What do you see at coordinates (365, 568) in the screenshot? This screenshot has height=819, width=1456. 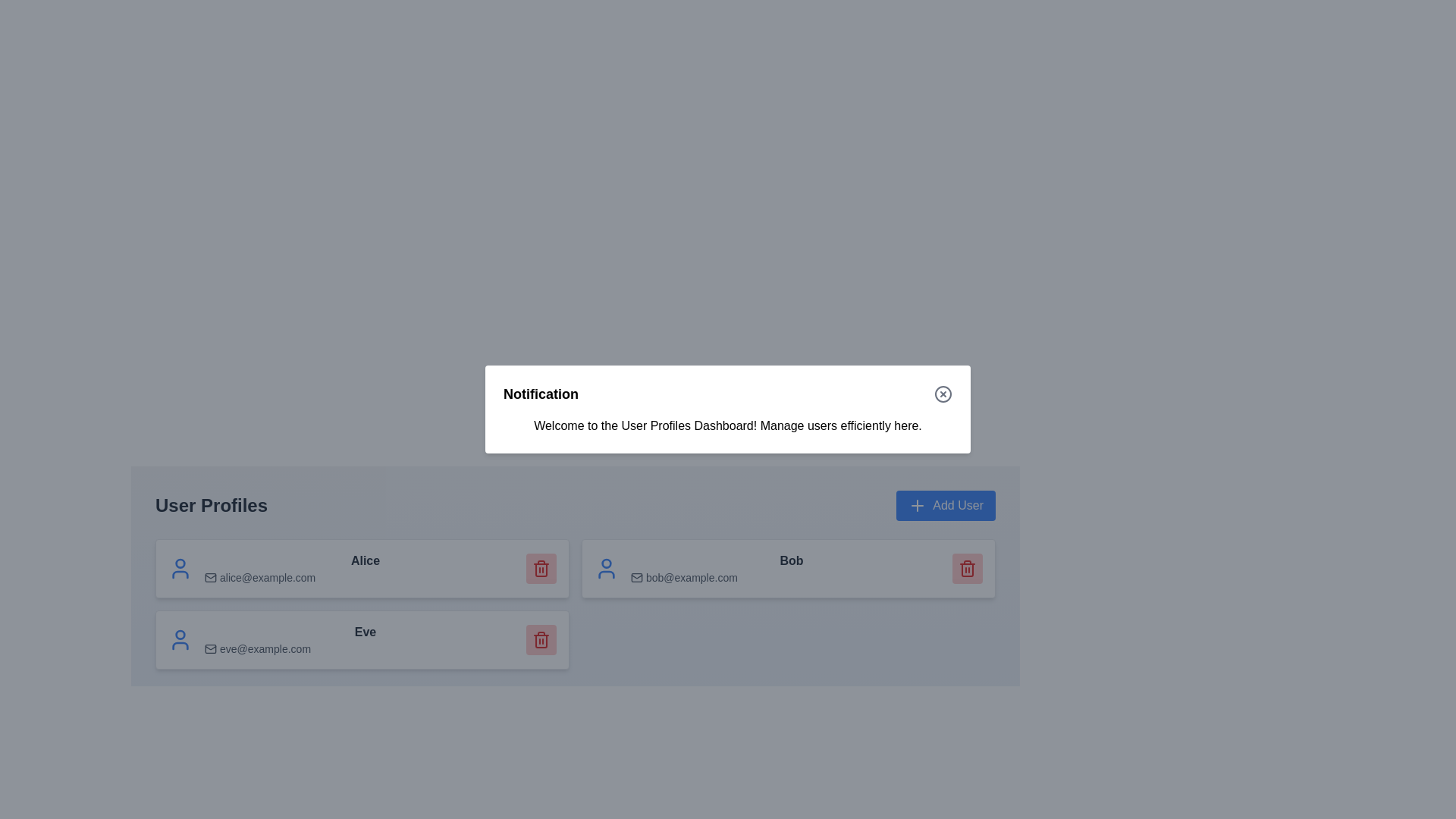 I see `the text label identifying the user profile named 'Alice'` at bounding box center [365, 568].